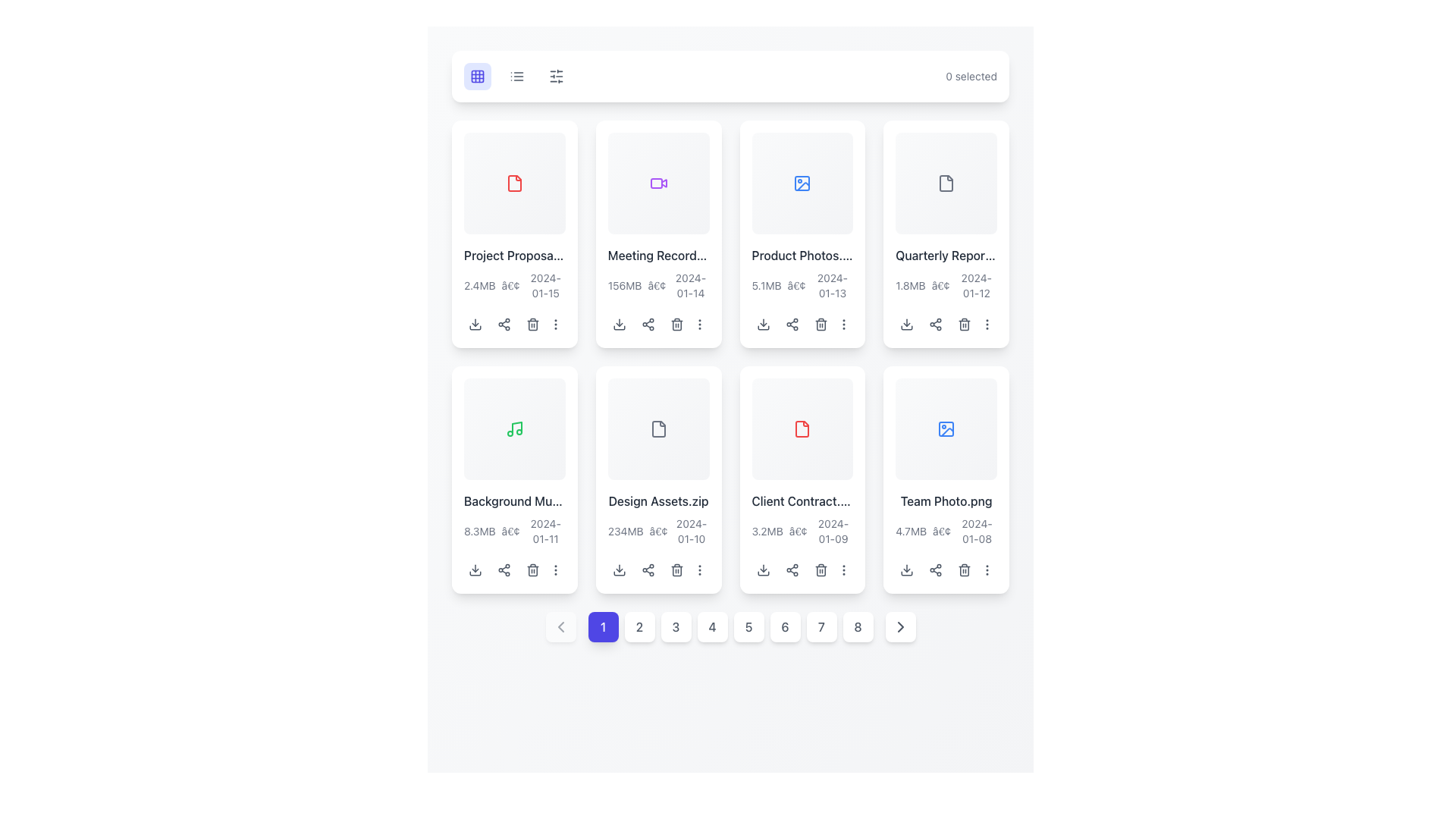 This screenshot has height=819, width=1456. I want to click on the download icon button within the card for 'Product Photos.jpg', so click(763, 323).